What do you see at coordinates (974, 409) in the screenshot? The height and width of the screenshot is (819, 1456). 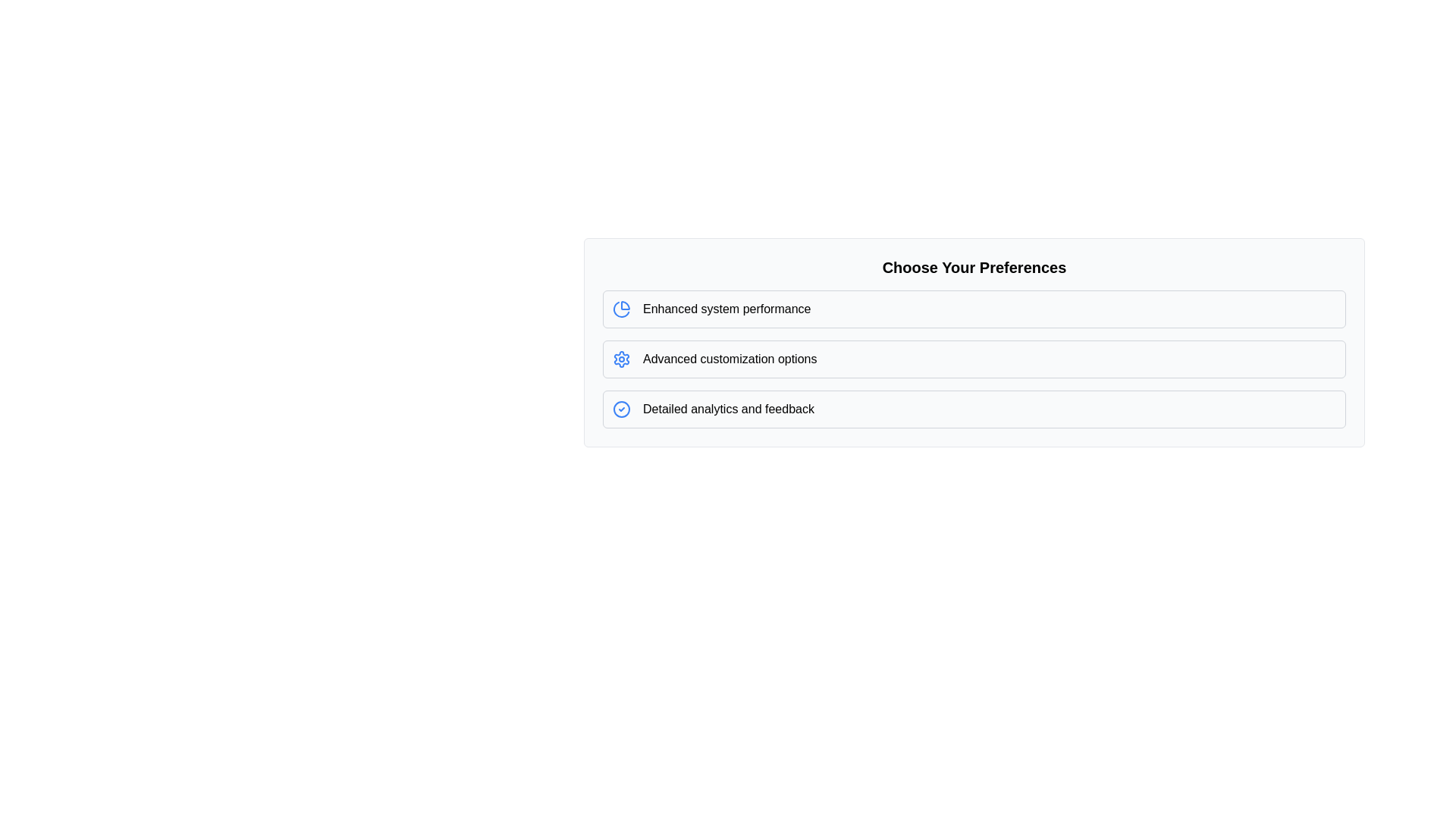 I see `the third item in the selectable list positioned beneath 'Advanced customization options'` at bounding box center [974, 409].